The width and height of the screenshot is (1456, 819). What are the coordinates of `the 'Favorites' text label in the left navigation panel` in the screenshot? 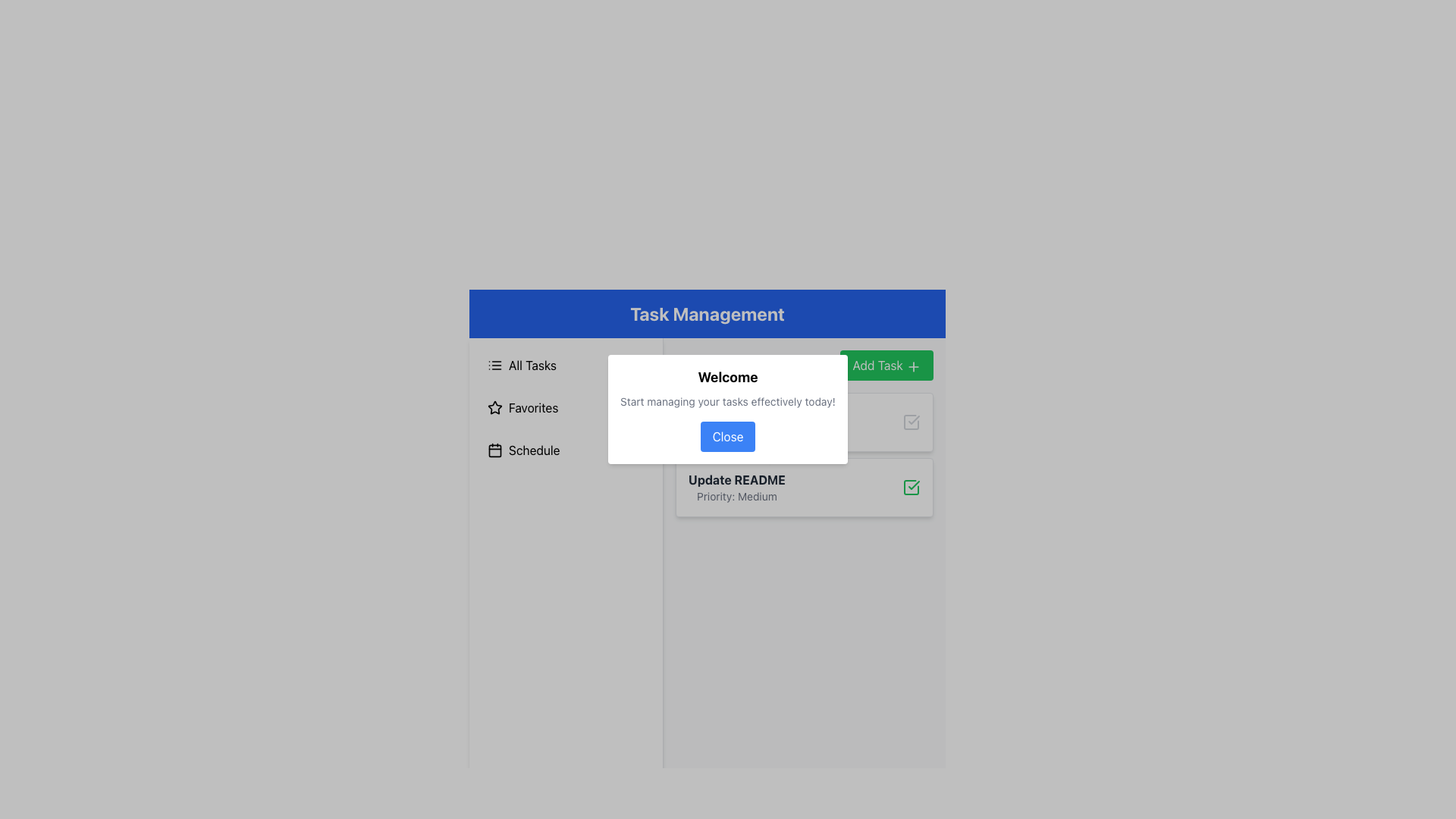 It's located at (533, 406).